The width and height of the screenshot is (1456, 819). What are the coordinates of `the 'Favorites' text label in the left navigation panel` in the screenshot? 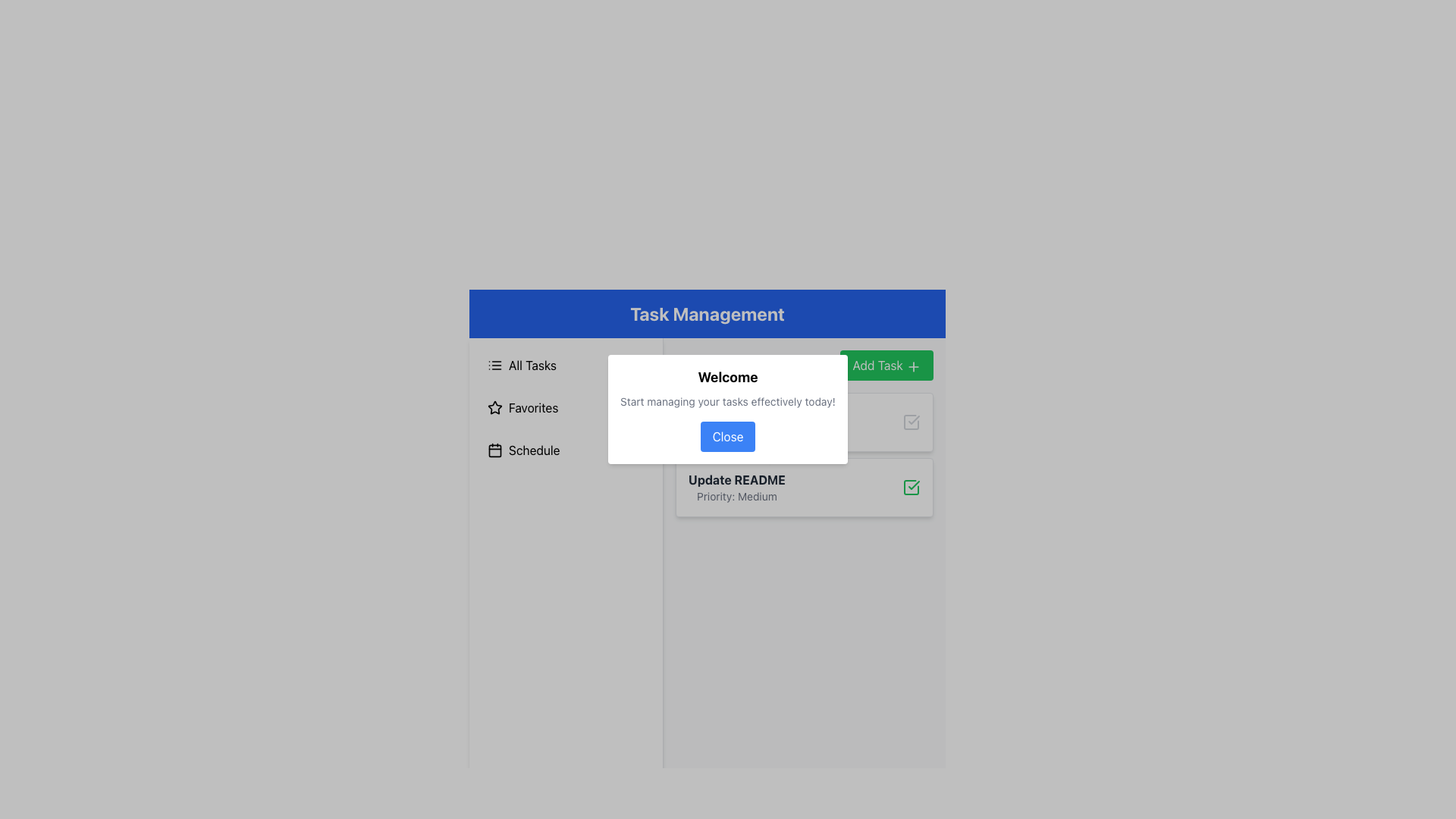 It's located at (533, 406).